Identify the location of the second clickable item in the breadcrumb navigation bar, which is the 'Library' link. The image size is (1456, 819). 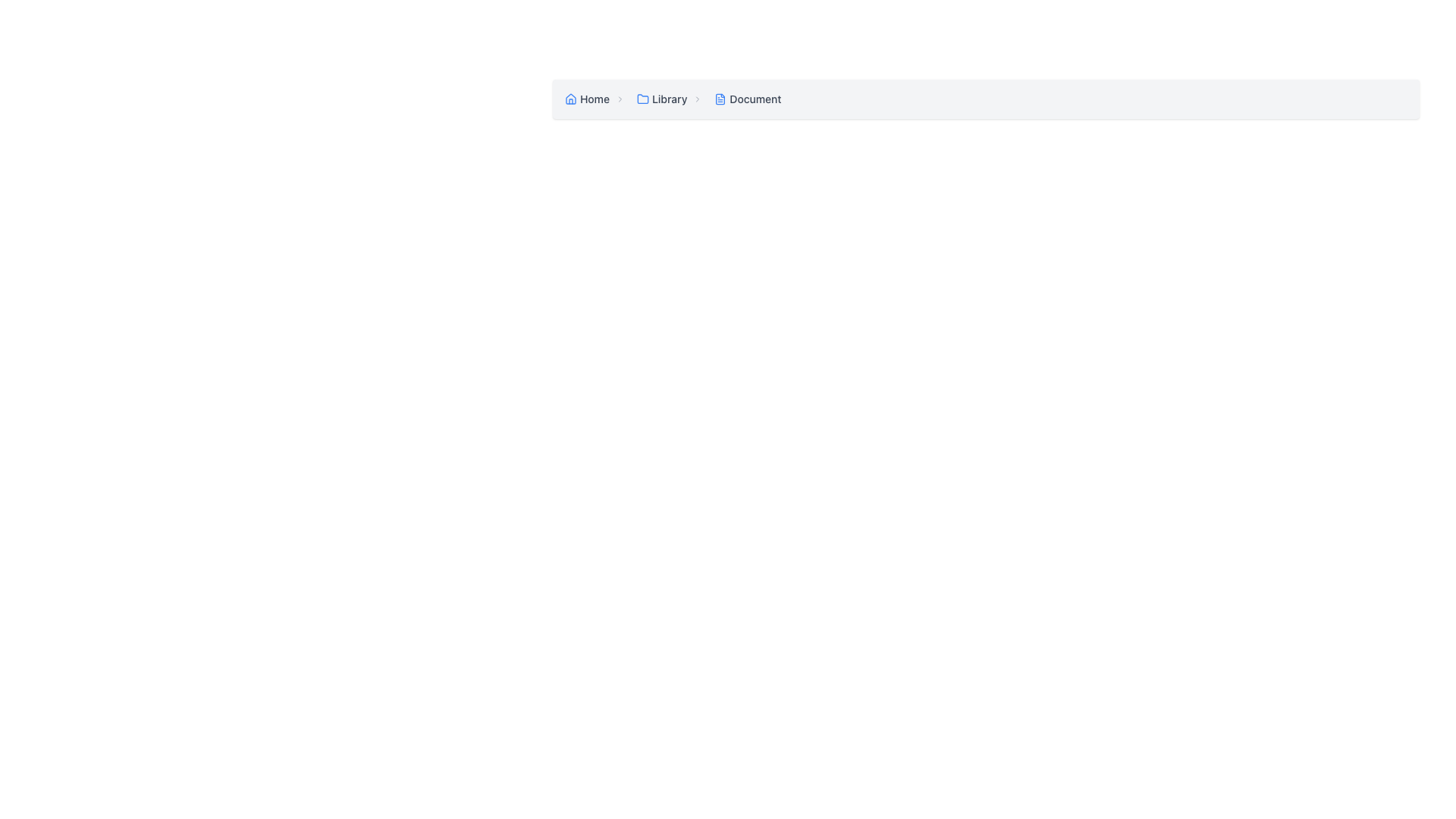
(672, 99).